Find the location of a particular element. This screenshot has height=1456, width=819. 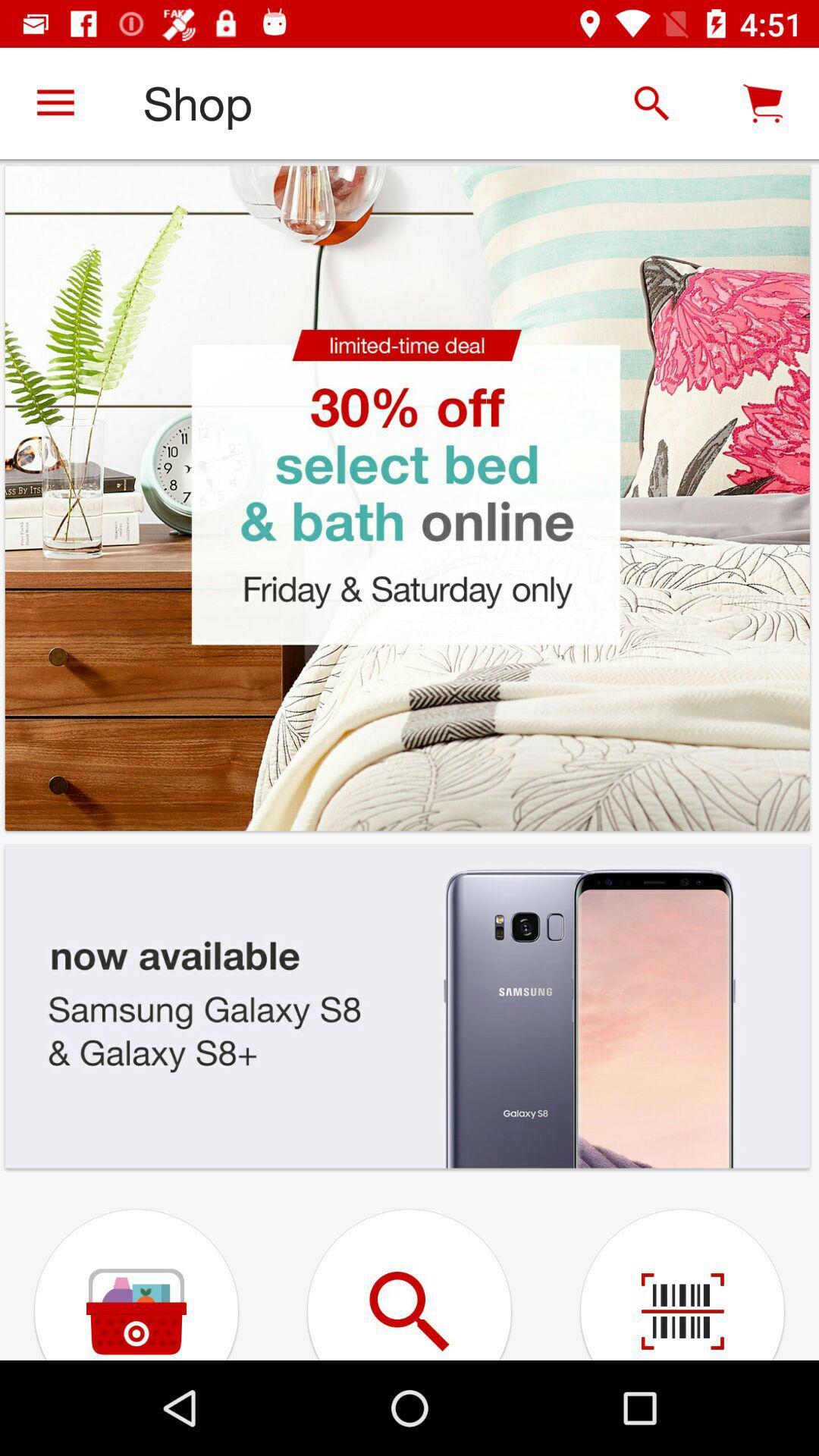

icon to the left of shop icon is located at coordinates (55, 102).